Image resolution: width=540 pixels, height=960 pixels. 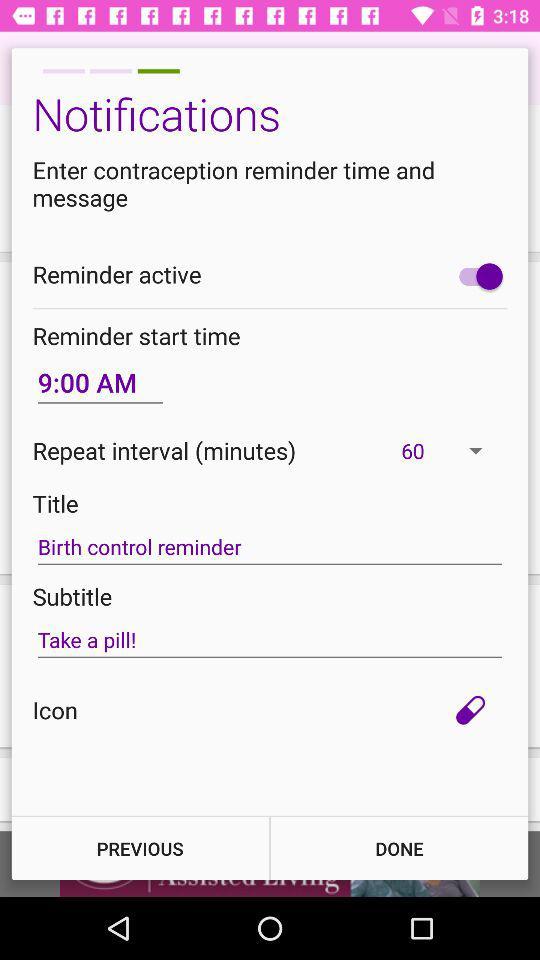 I want to click on reminder to active, so click(x=475, y=275).